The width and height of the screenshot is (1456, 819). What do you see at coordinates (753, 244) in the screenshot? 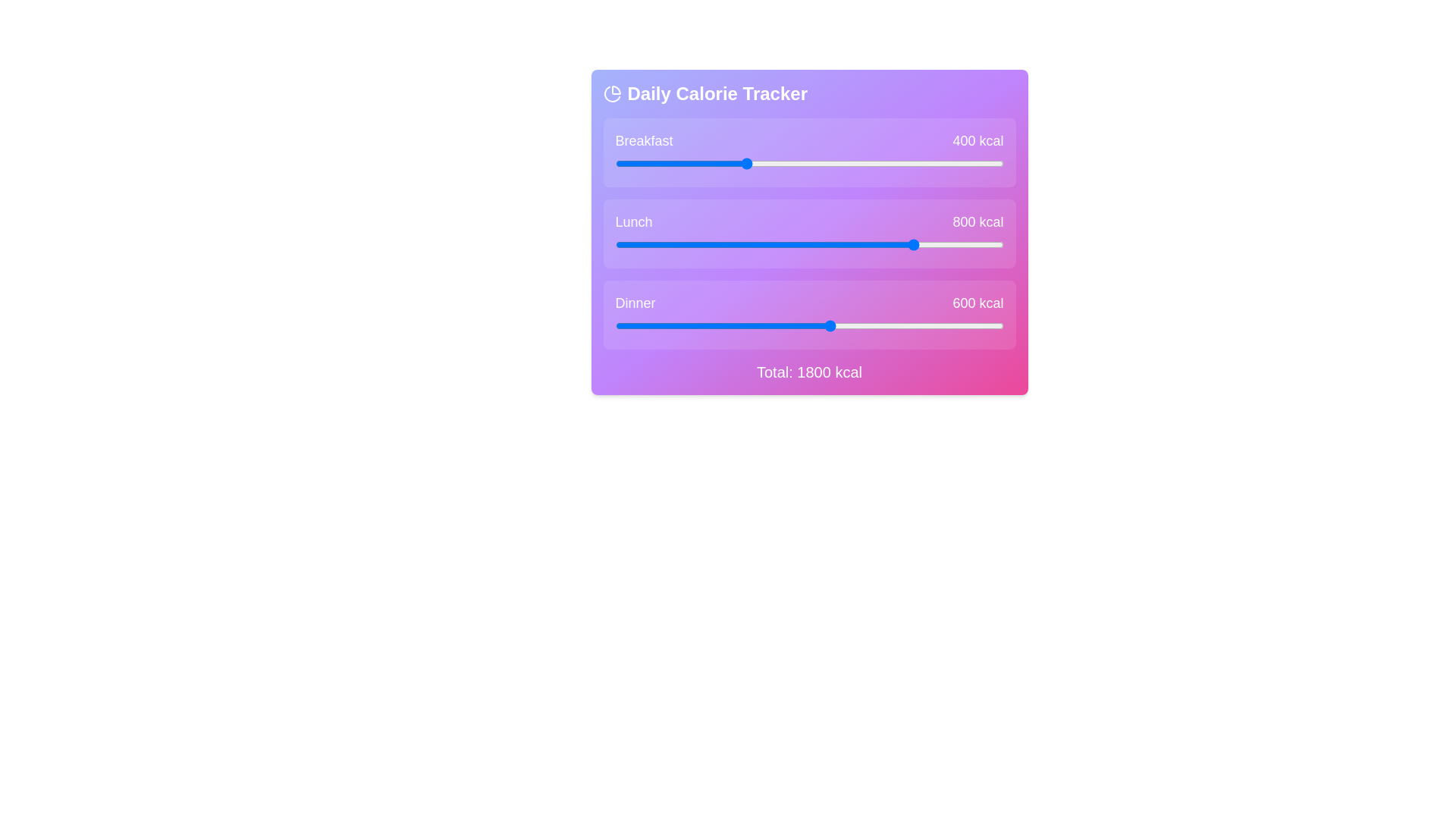
I see `the lunch calorie value` at bounding box center [753, 244].